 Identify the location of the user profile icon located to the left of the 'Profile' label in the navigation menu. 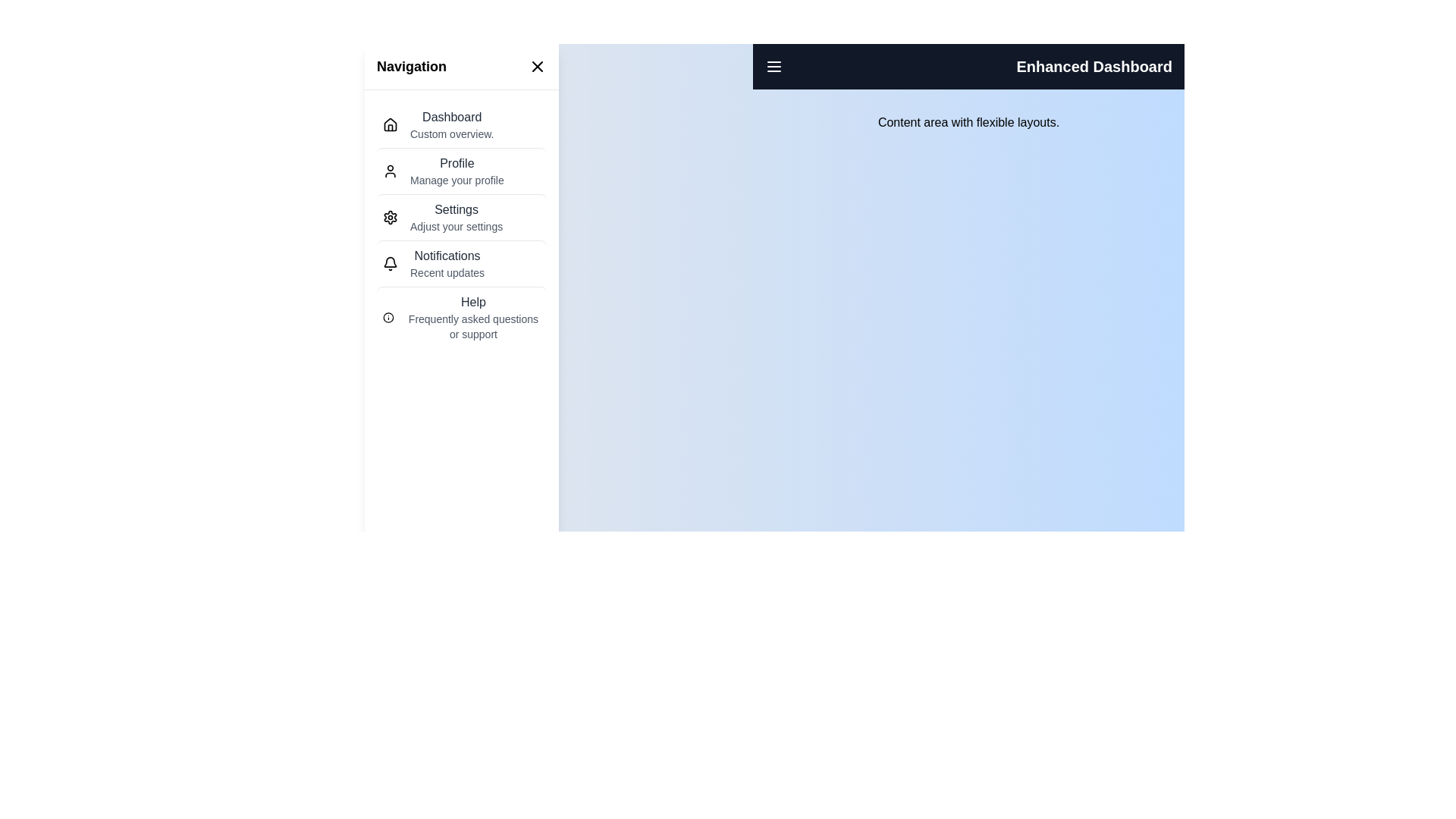
(390, 171).